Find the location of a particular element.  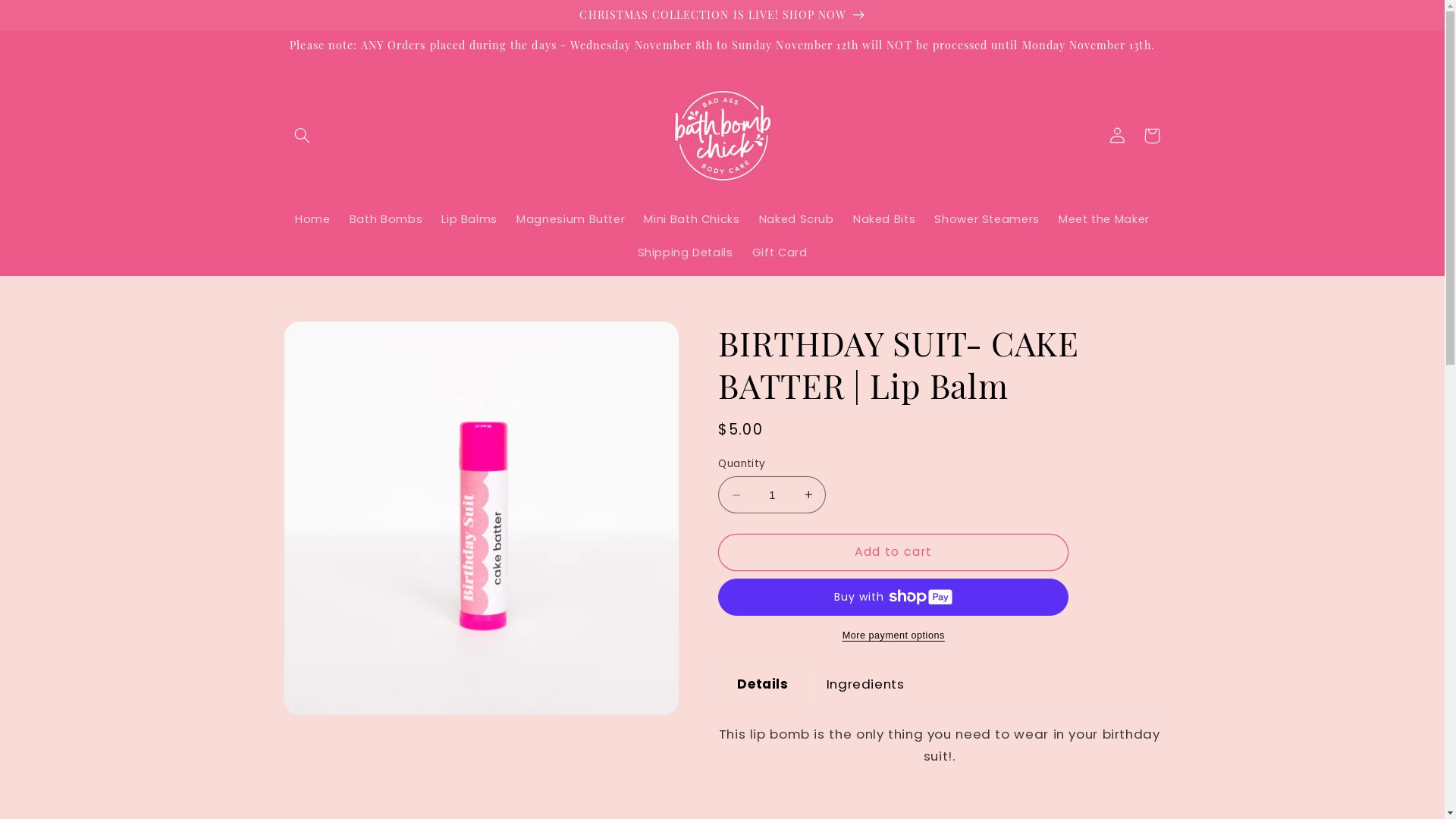

'Details' is located at coordinates (762, 684).